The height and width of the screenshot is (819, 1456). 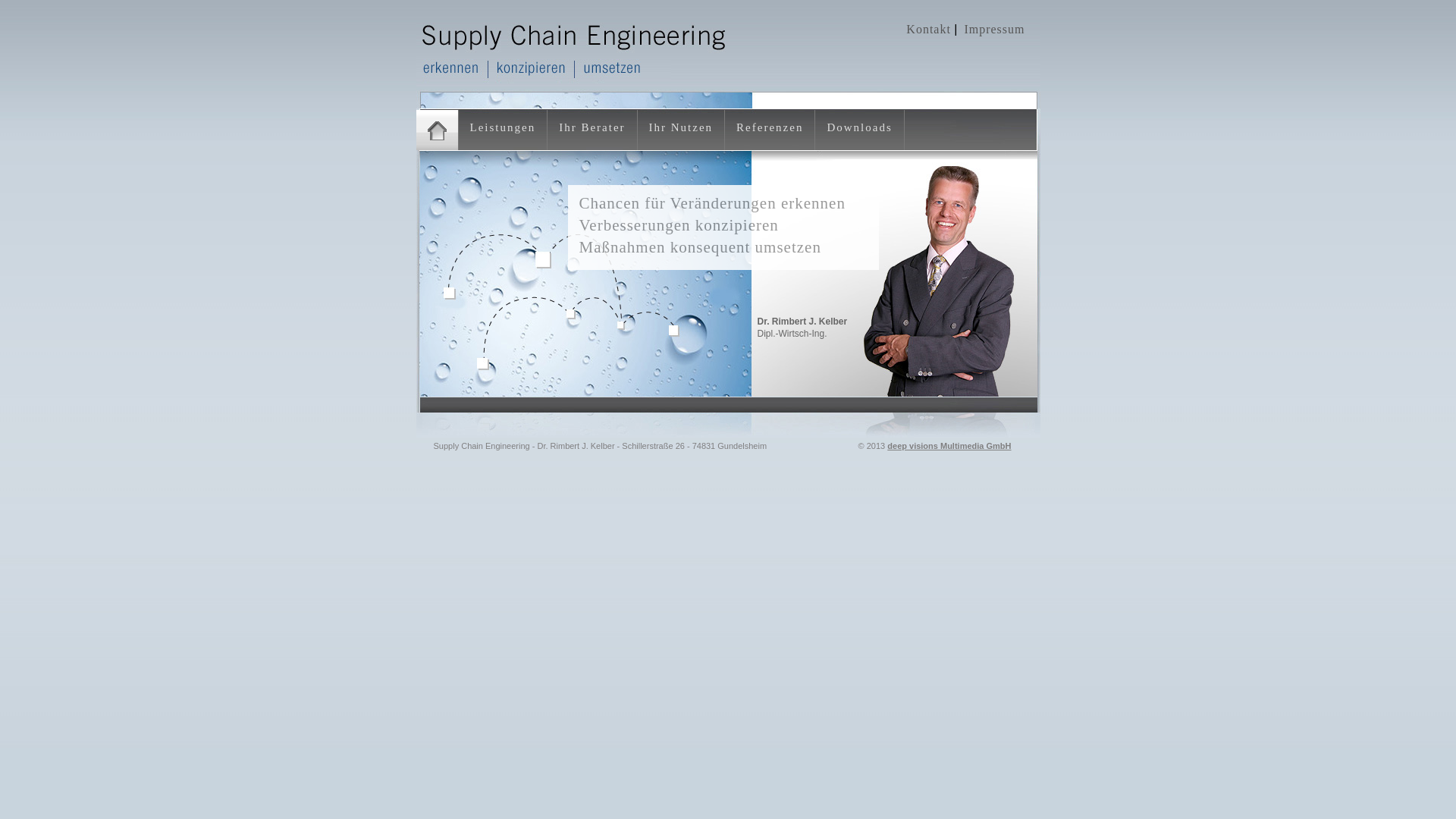 I want to click on 'Kontakt', so click(x=927, y=29).